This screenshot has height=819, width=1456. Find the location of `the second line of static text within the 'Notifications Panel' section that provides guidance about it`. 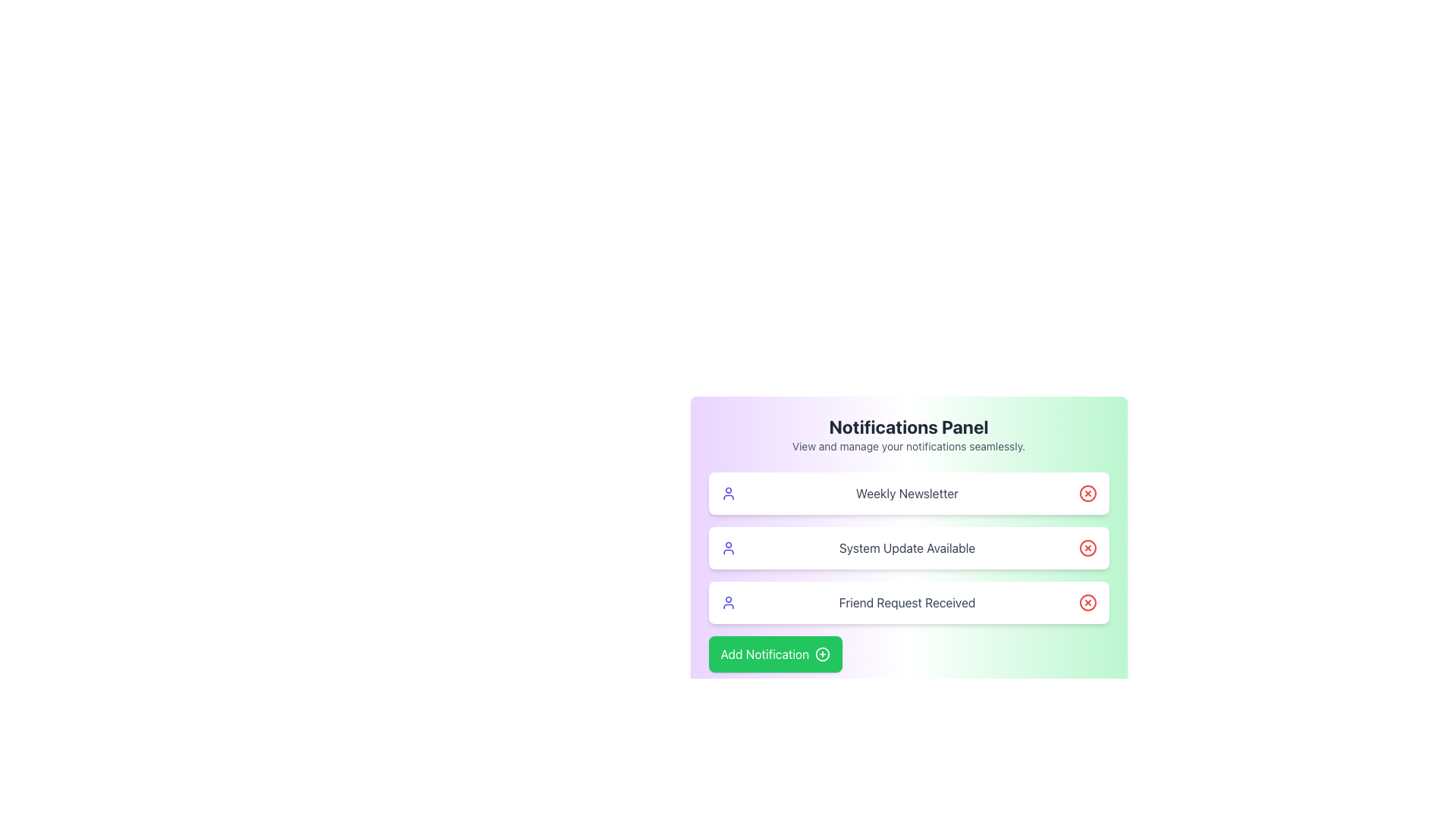

the second line of static text within the 'Notifications Panel' section that provides guidance about it is located at coordinates (908, 446).